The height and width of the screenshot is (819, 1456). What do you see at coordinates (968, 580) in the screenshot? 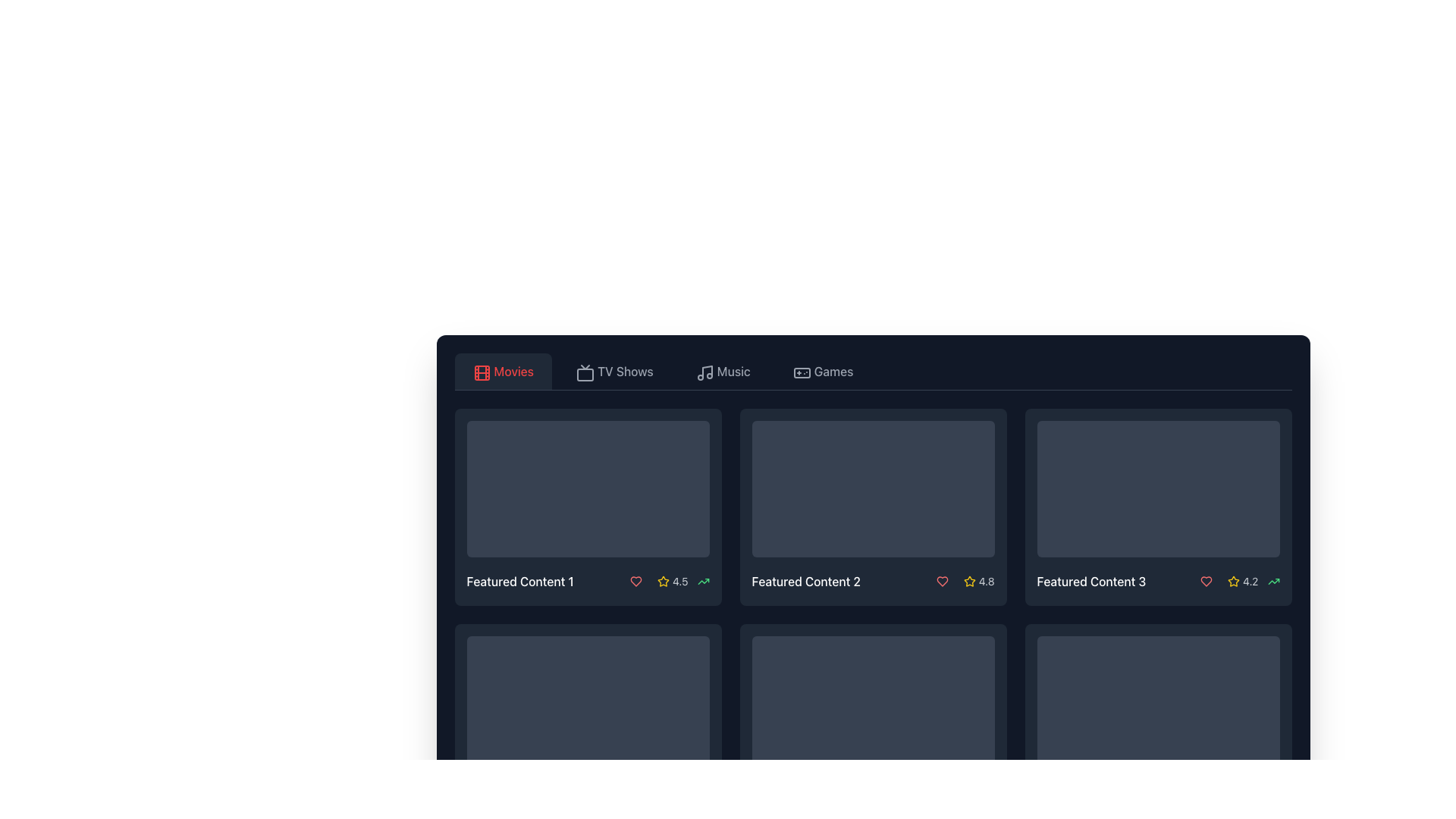
I see `the star-shaped icon representing the rating value for 'Featured Content 2', which is located next to the heart-shaped 'like' icon and the numeric rating '4.8'` at bounding box center [968, 580].